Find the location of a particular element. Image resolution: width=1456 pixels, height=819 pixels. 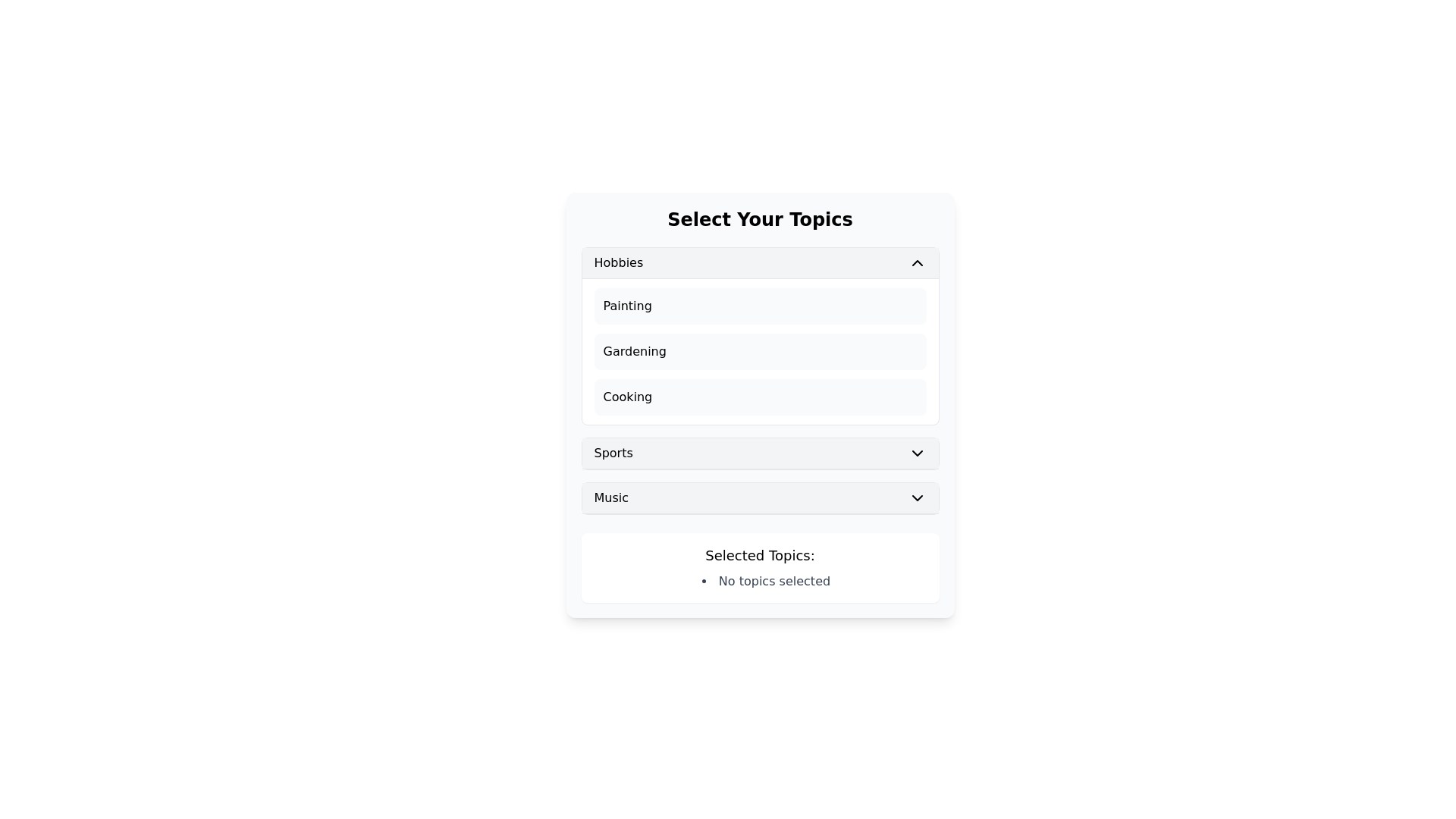

the 'Music' text label, which is styled with black text on a light gray background and is part of a selectable topic list is located at coordinates (611, 497).